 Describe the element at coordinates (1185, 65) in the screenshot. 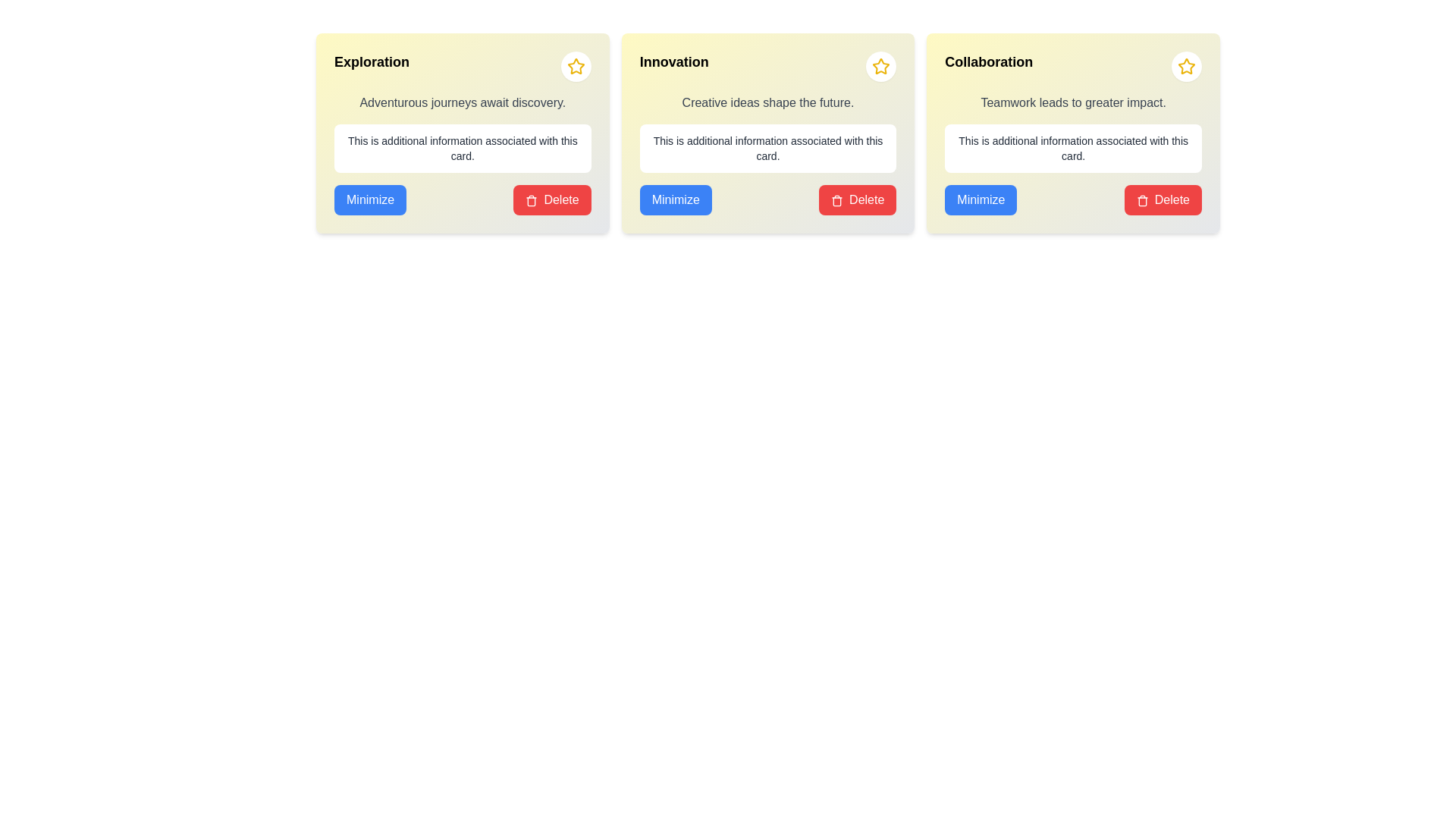

I see `the star icon located at the top right corner of the 'Collaboration' card to interact with it` at that location.